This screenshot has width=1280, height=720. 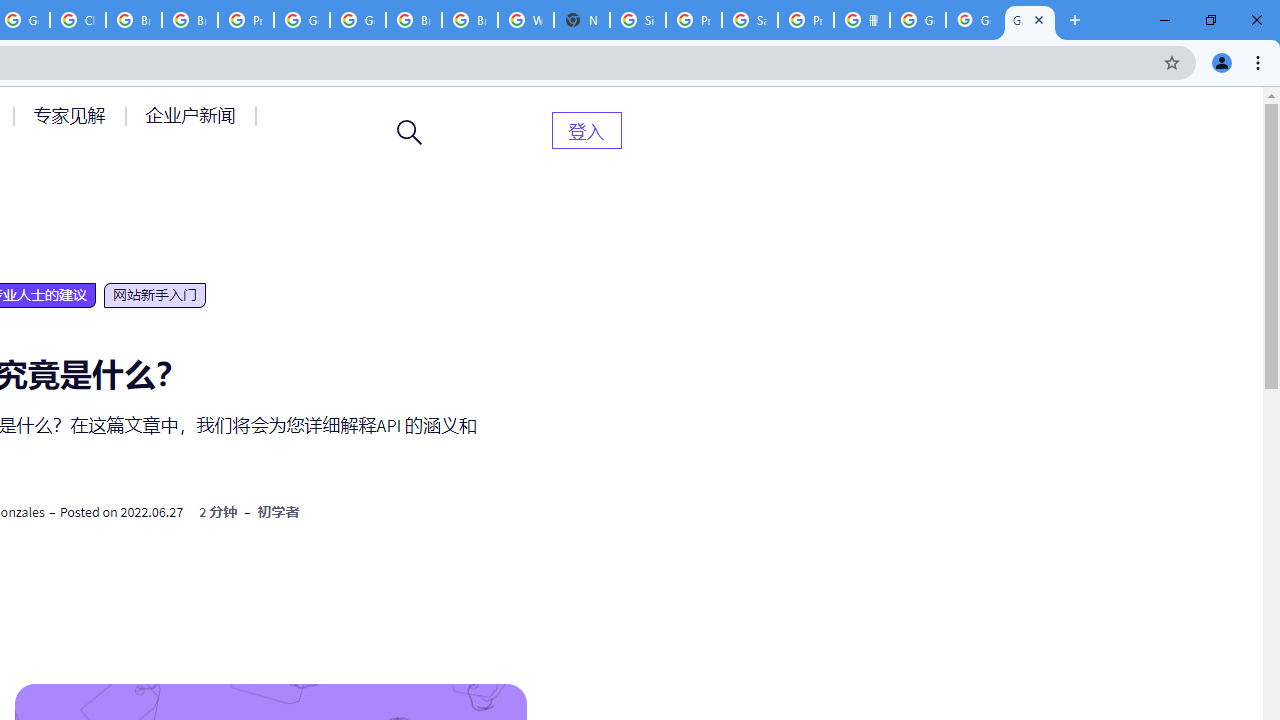 What do you see at coordinates (409, 132) in the screenshot?
I see `'Open search form'` at bounding box center [409, 132].